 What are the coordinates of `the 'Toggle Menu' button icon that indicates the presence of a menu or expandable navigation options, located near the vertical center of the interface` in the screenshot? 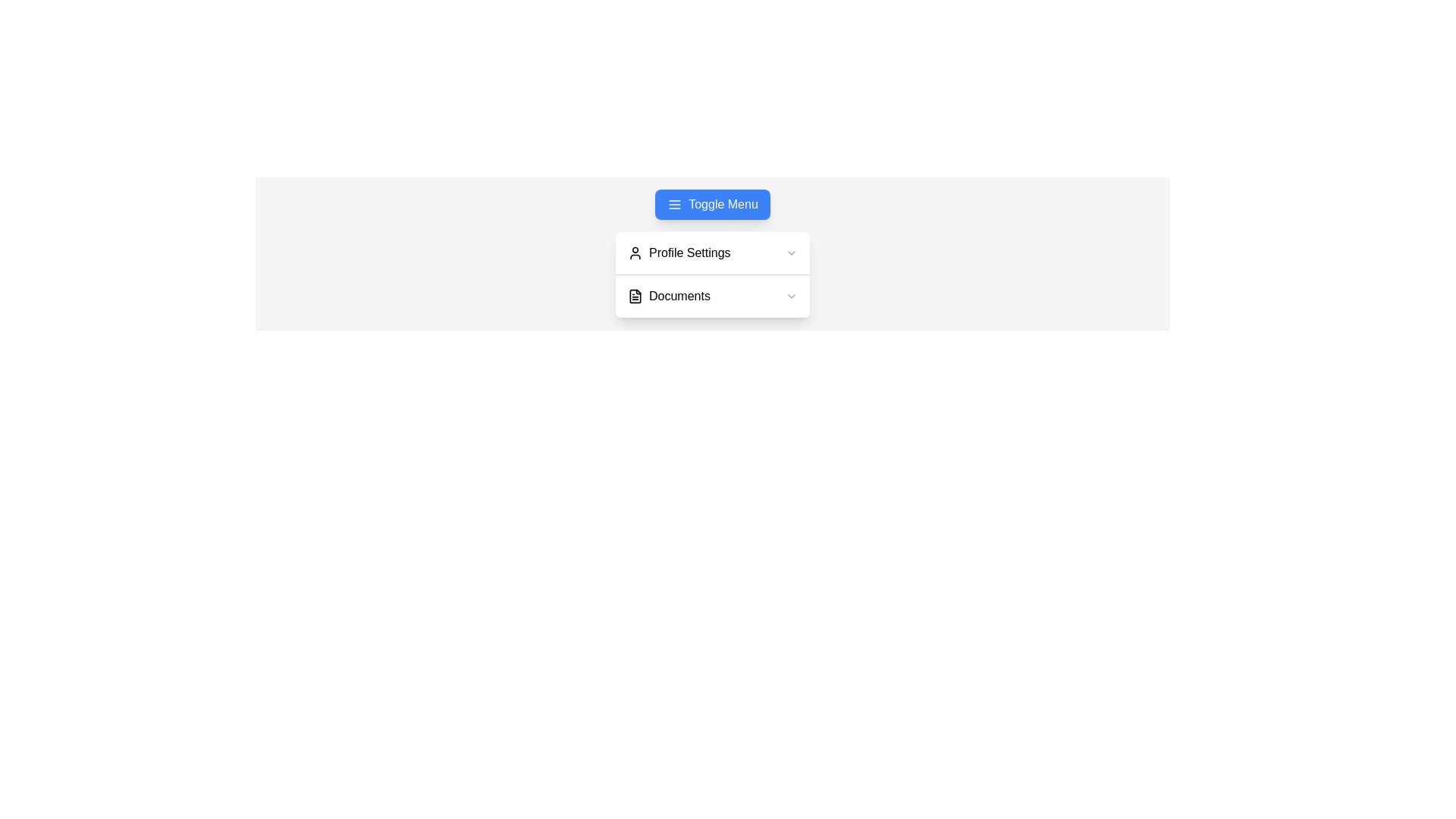 It's located at (674, 205).